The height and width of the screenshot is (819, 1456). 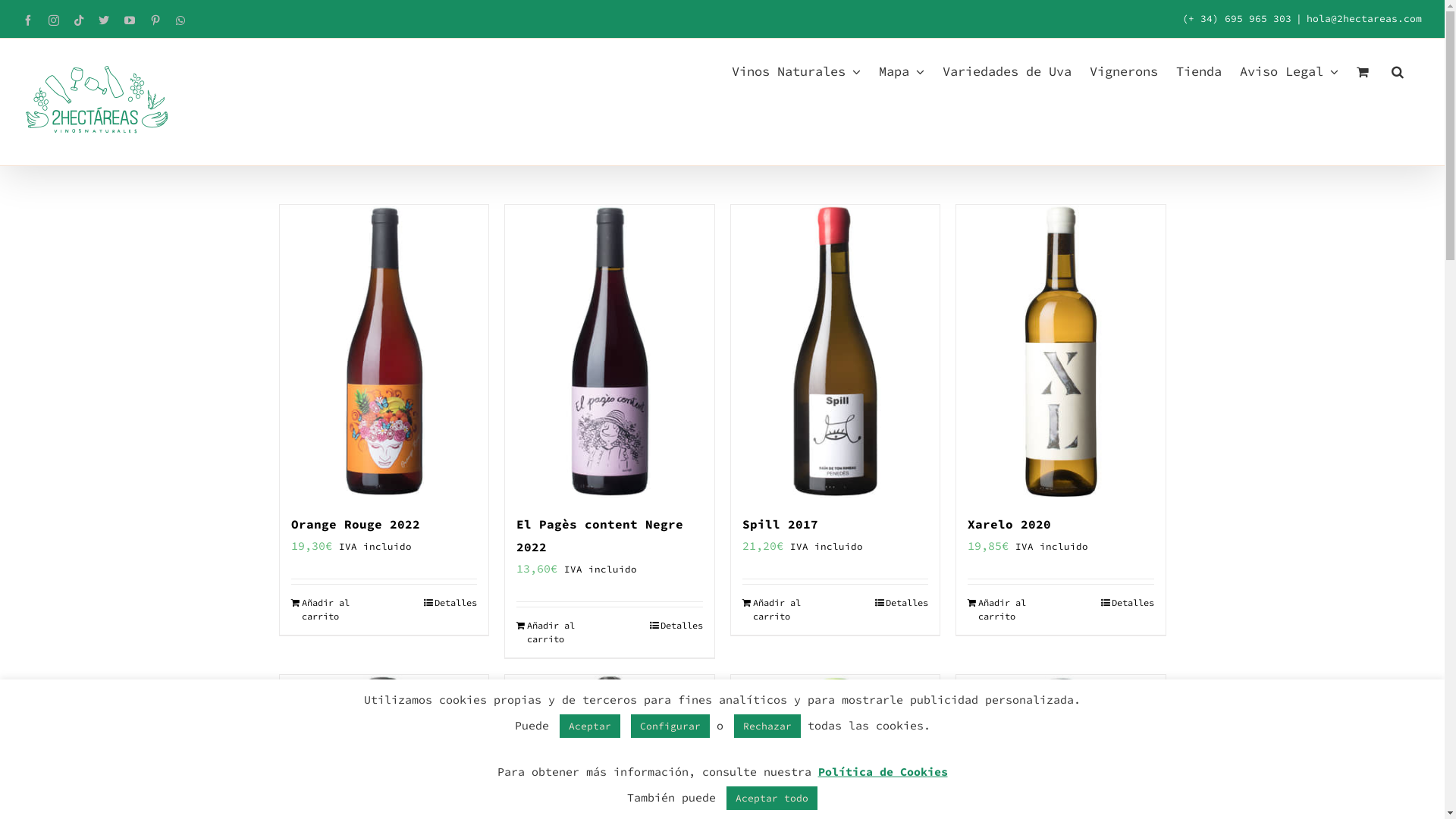 What do you see at coordinates (54, 20) in the screenshot?
I see `'Instagram'` at bounding box center [54, 20].